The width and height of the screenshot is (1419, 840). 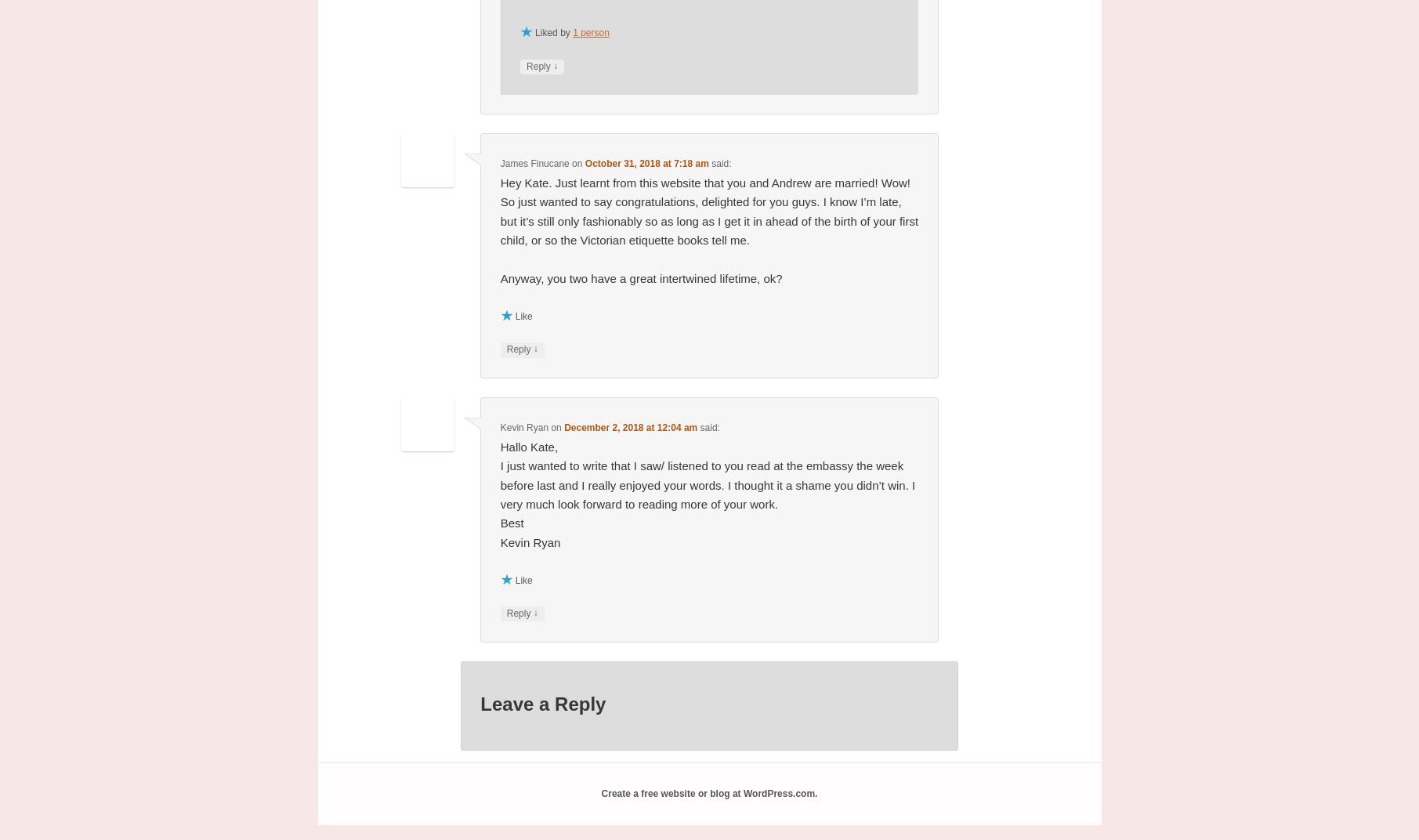 What do you see at coordinates (500, 523) in the screenshot?
I see `'Best'` at bounding box center [500, 523].